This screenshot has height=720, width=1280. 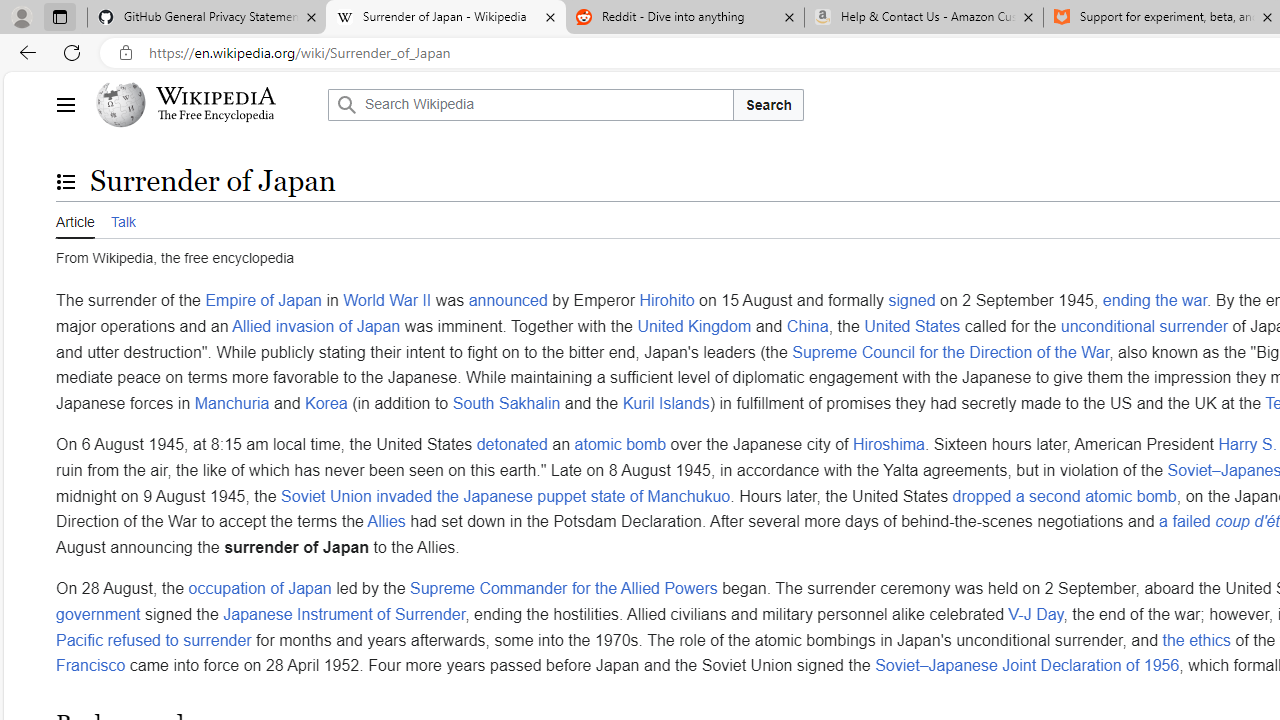 I want to click on 'Allies', so click(x=386, y=521).